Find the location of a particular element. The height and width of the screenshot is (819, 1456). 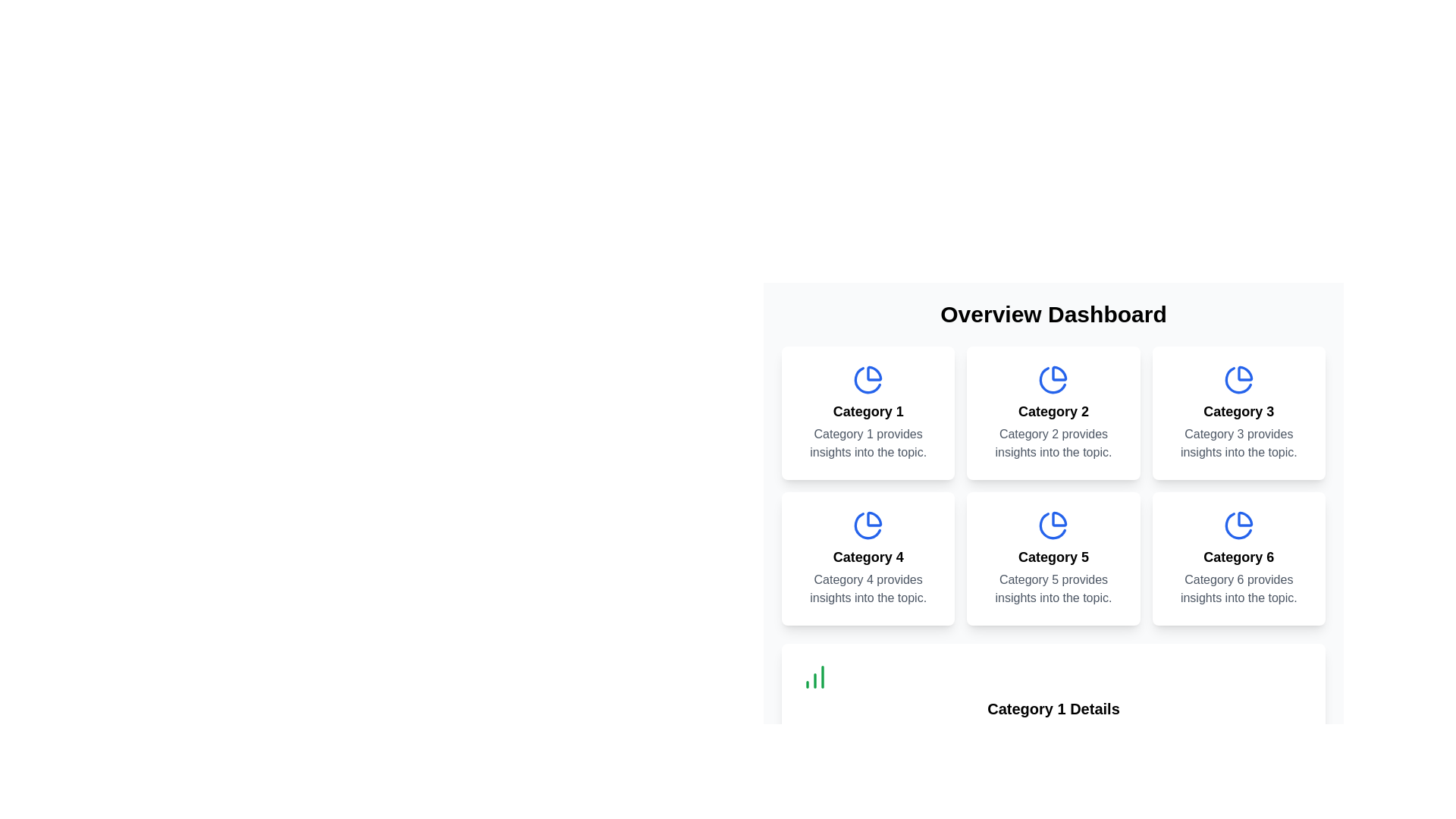

the right segment of the SVG pie chart icon, which visually indicates a specific portion of a whole is located at coordinates (1245, 373).